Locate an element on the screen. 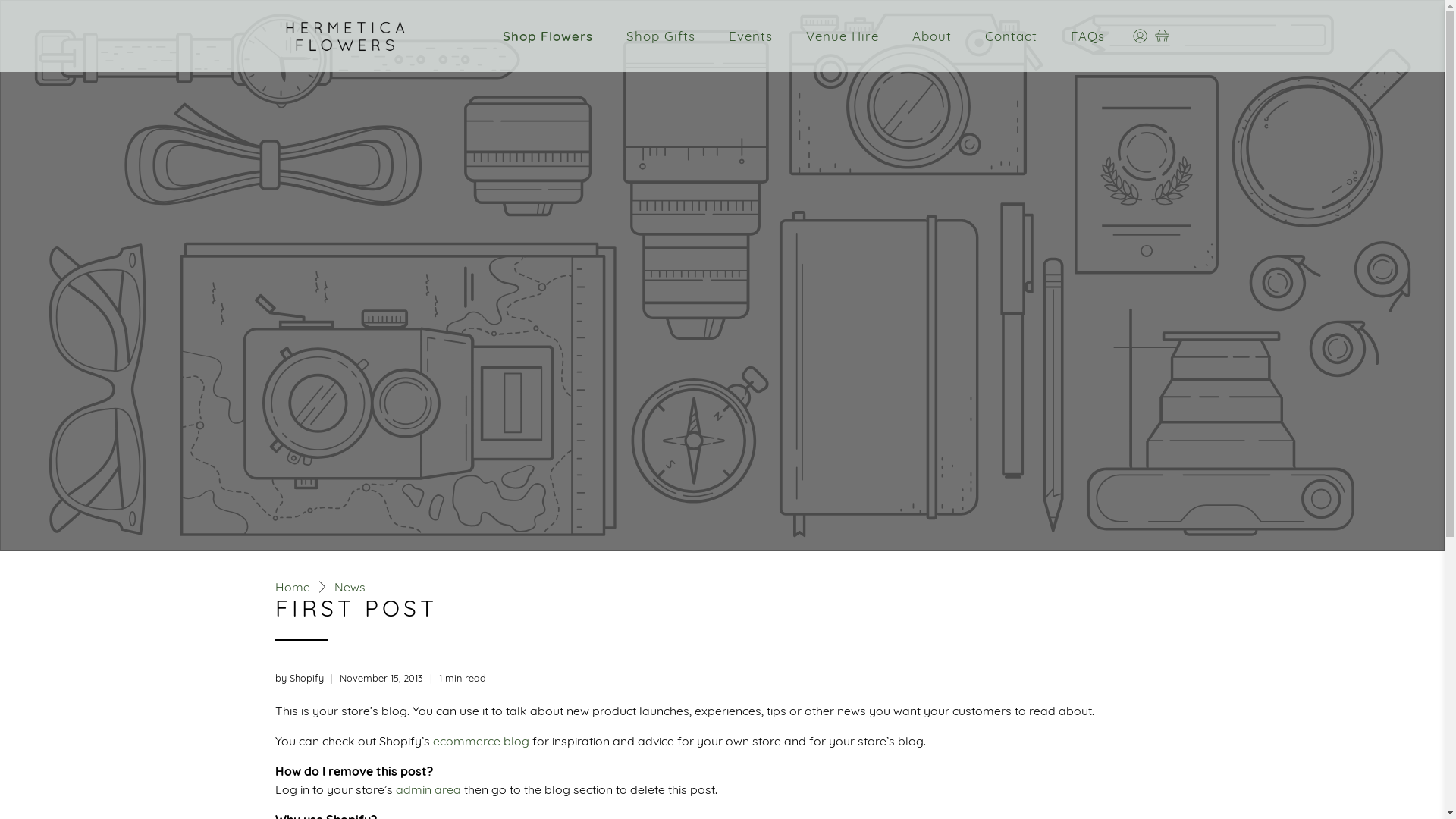  'admin area' is located at coordinates (428, 788).